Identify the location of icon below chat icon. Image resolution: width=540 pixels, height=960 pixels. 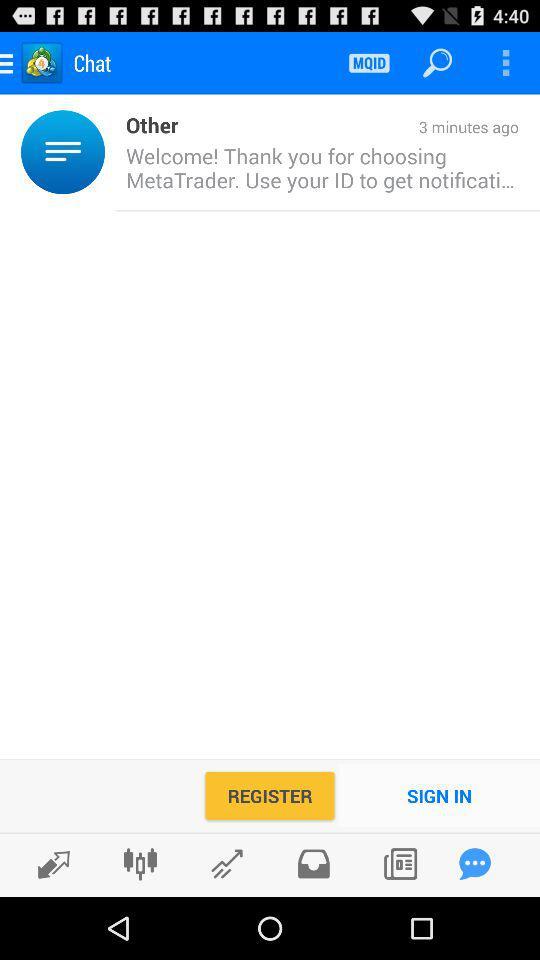
(145, 123).